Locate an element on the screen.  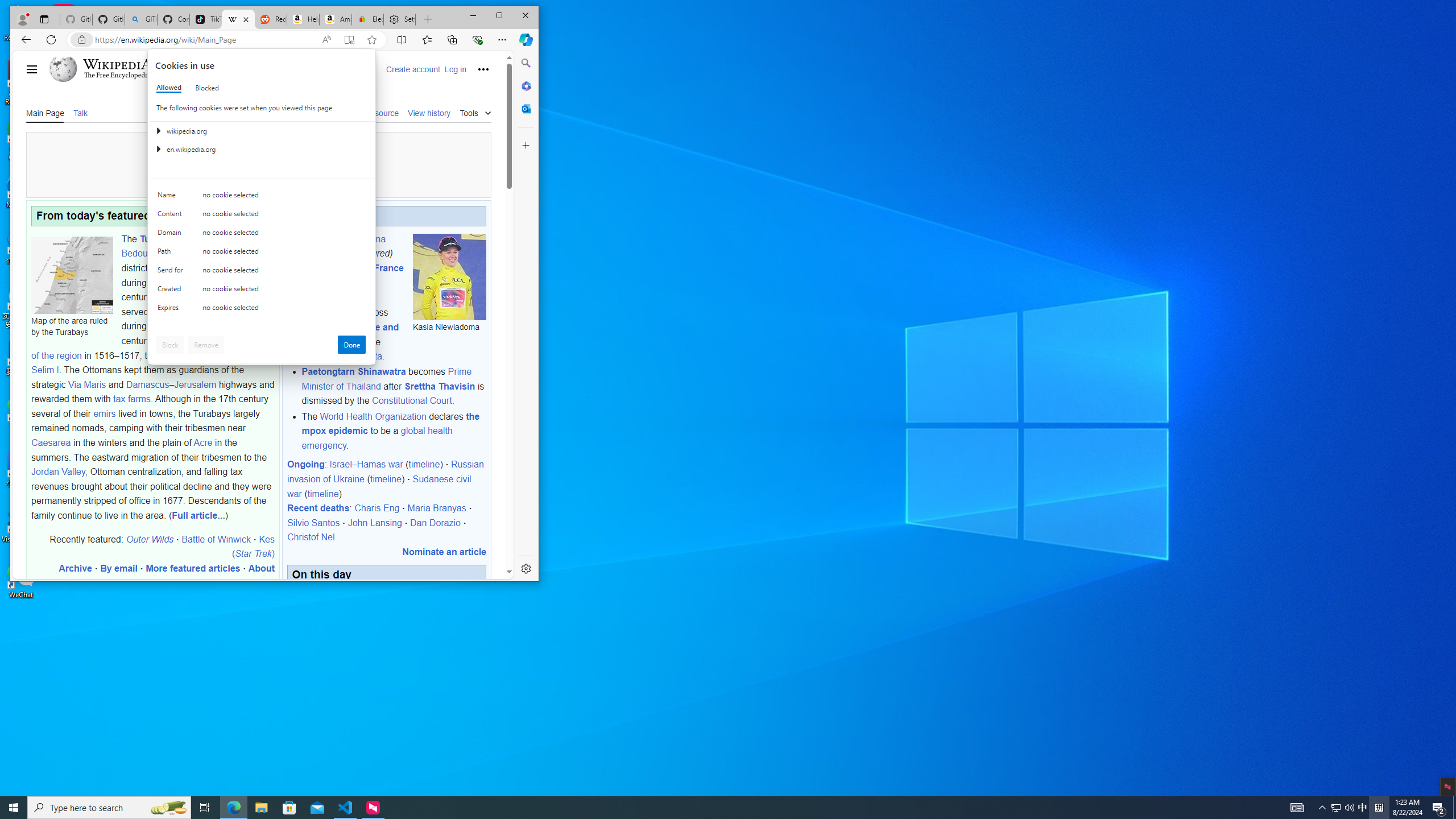
'Tray Input Indicator - Chinese (Simplified, China)' is located at coordinates (1349, 806).